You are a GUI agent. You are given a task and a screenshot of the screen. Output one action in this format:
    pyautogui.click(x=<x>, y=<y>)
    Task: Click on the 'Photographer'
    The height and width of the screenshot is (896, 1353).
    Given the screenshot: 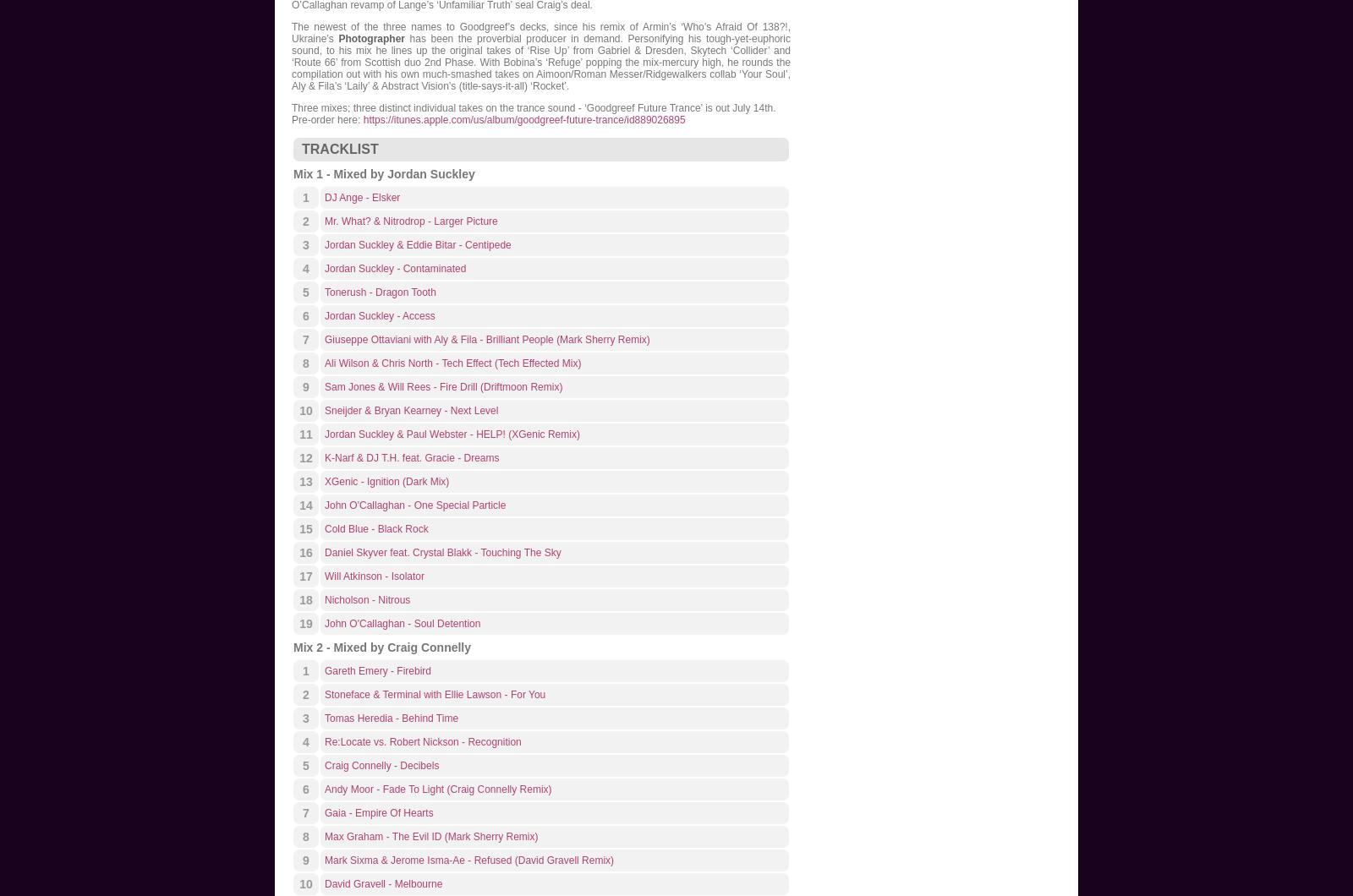 What is the action you would take?
    pyautogui.click(x=370, y=39)
    